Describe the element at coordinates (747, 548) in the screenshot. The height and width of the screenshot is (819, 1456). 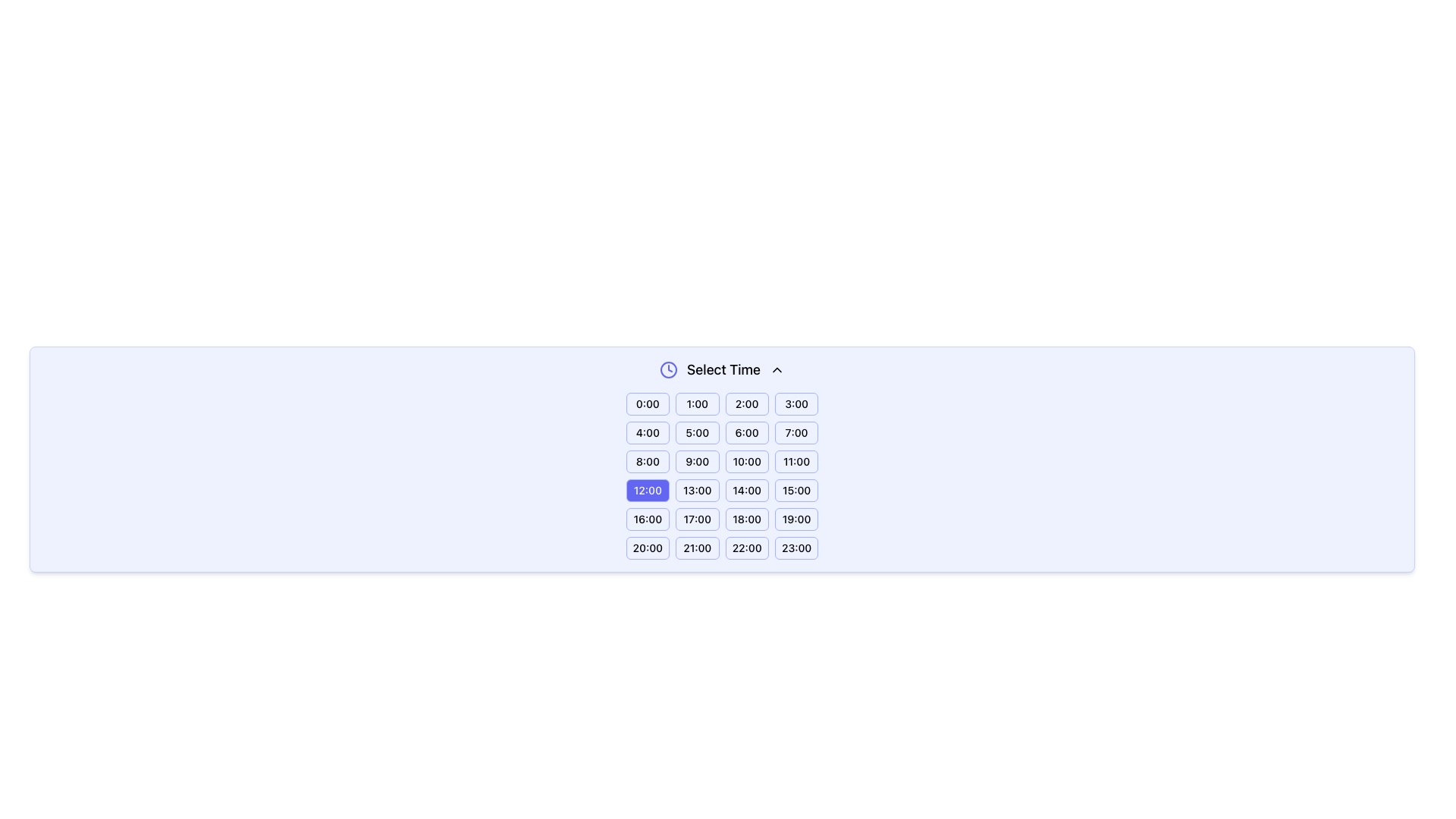
I see `the time selection button located in the bottom row, third column` at that location.